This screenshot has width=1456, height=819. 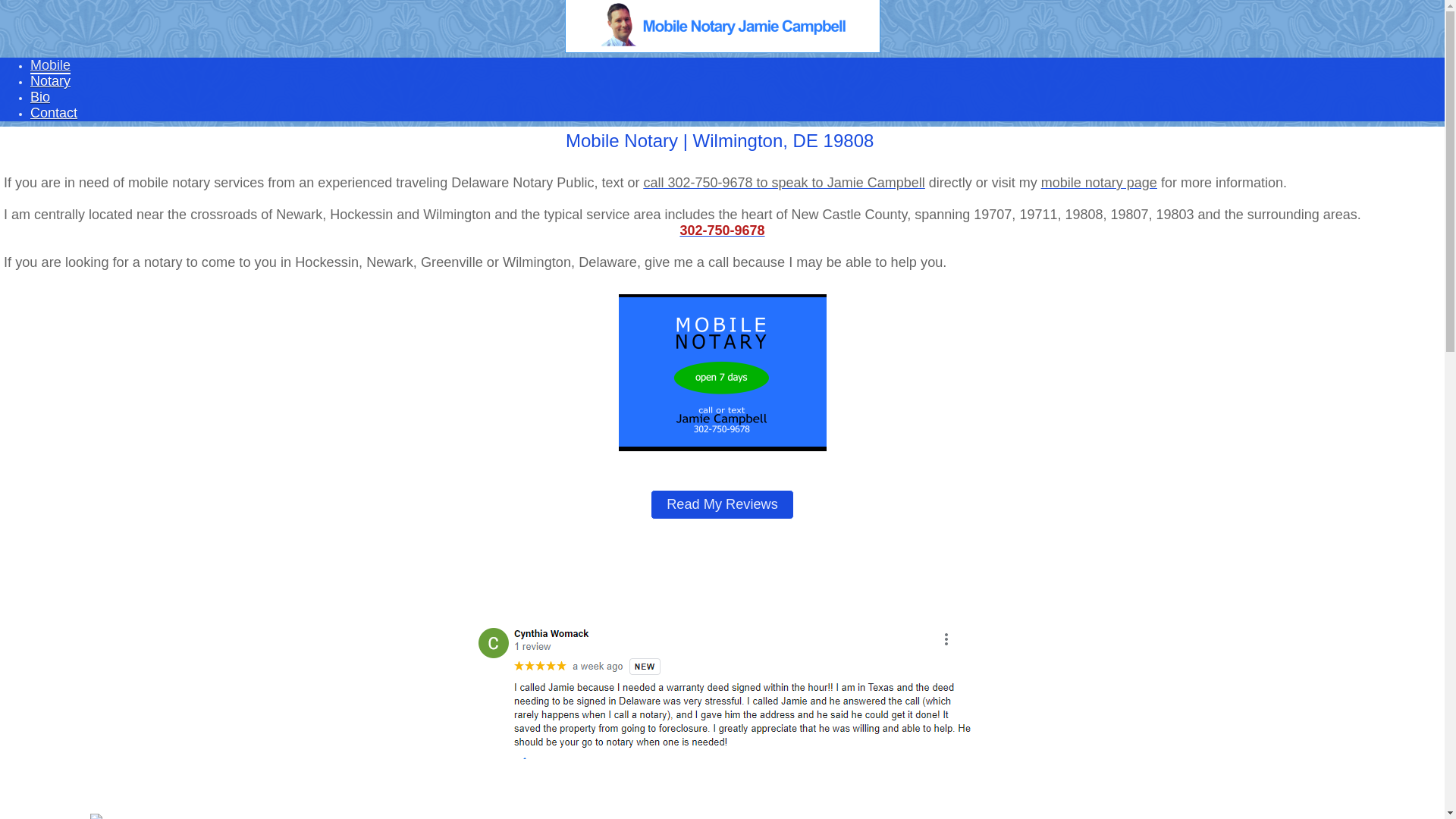 What do you see at coordinates (30, 81) in the screenshot?
I see `'Notary'` at bounding box center [30, 81].